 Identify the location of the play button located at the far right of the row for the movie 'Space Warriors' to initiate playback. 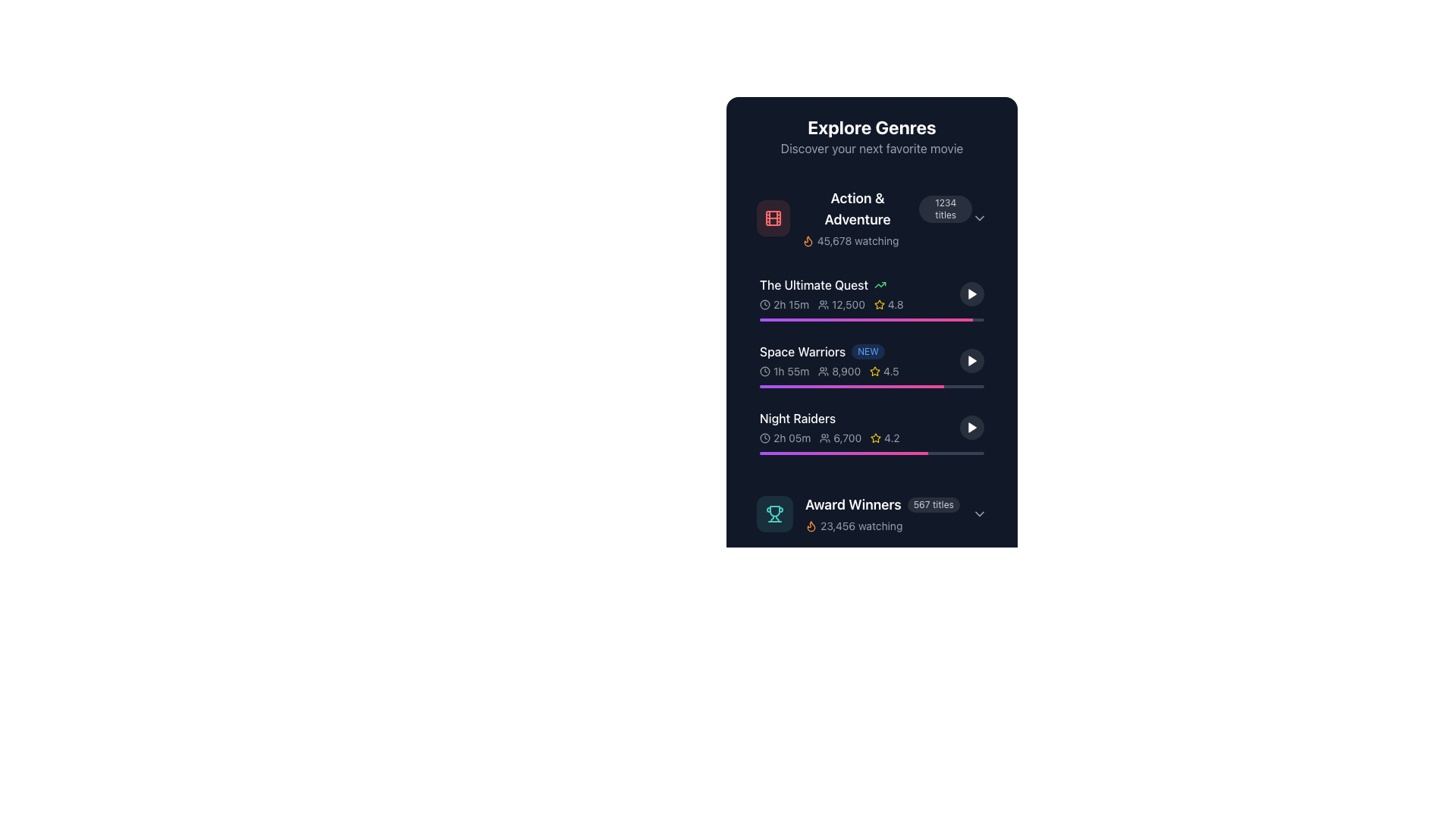
(971, 360).